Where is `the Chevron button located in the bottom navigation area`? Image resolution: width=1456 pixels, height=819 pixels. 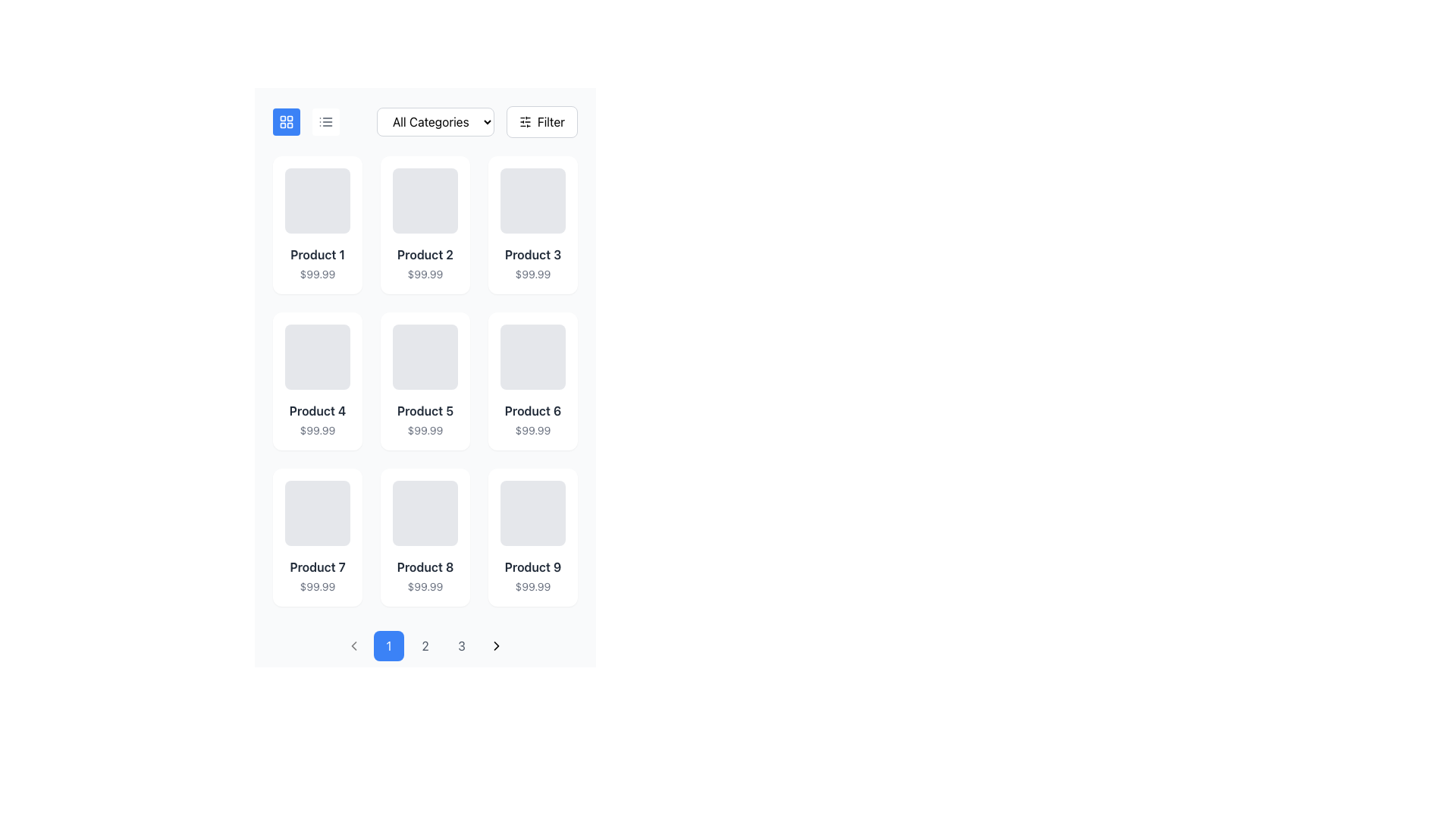 the Chevron button located in the bottom navigation area is located at coordinates (353, 646).